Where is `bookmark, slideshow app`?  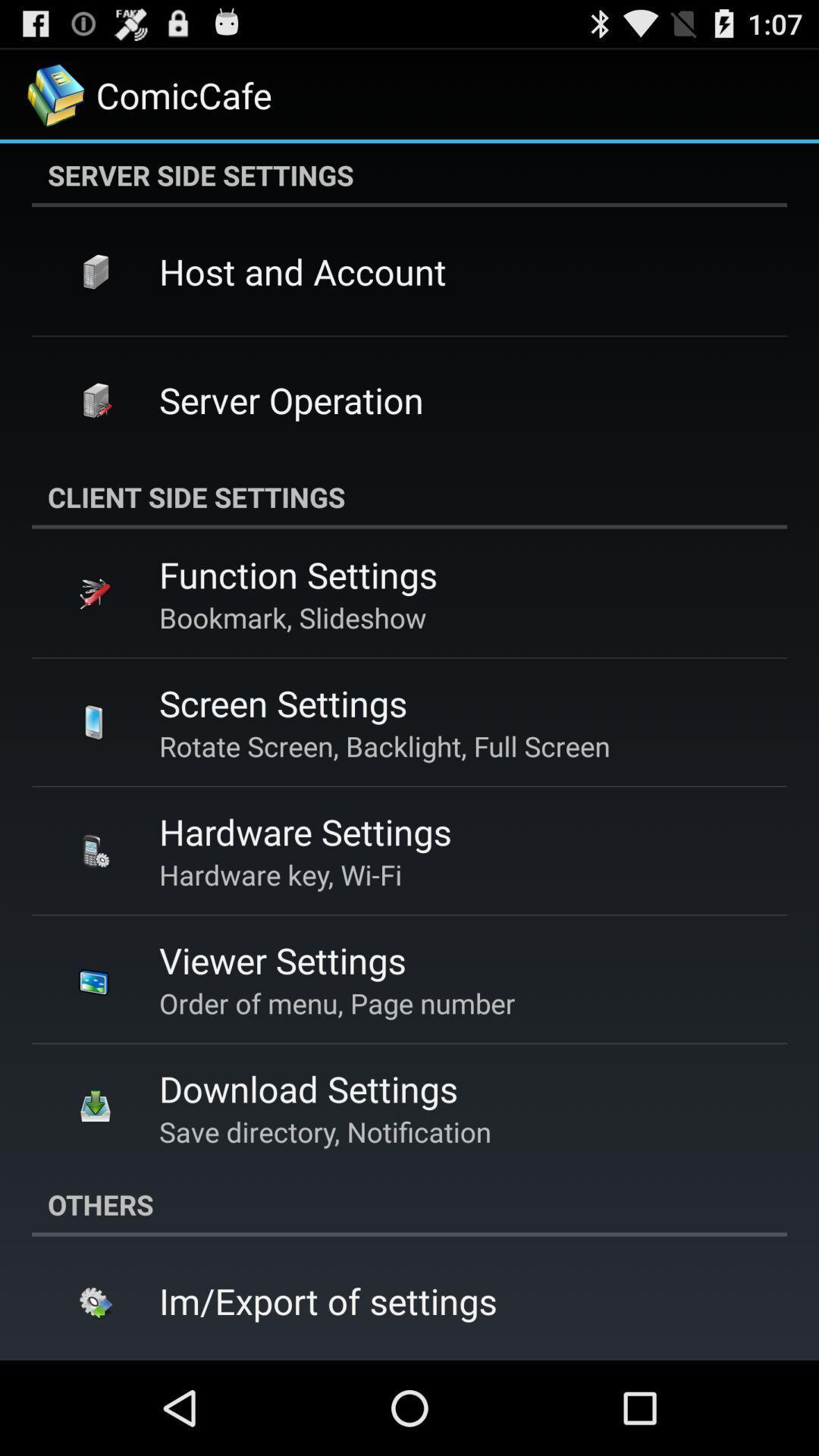 bookmark, slideshow app is located at coordinates (293, 617).